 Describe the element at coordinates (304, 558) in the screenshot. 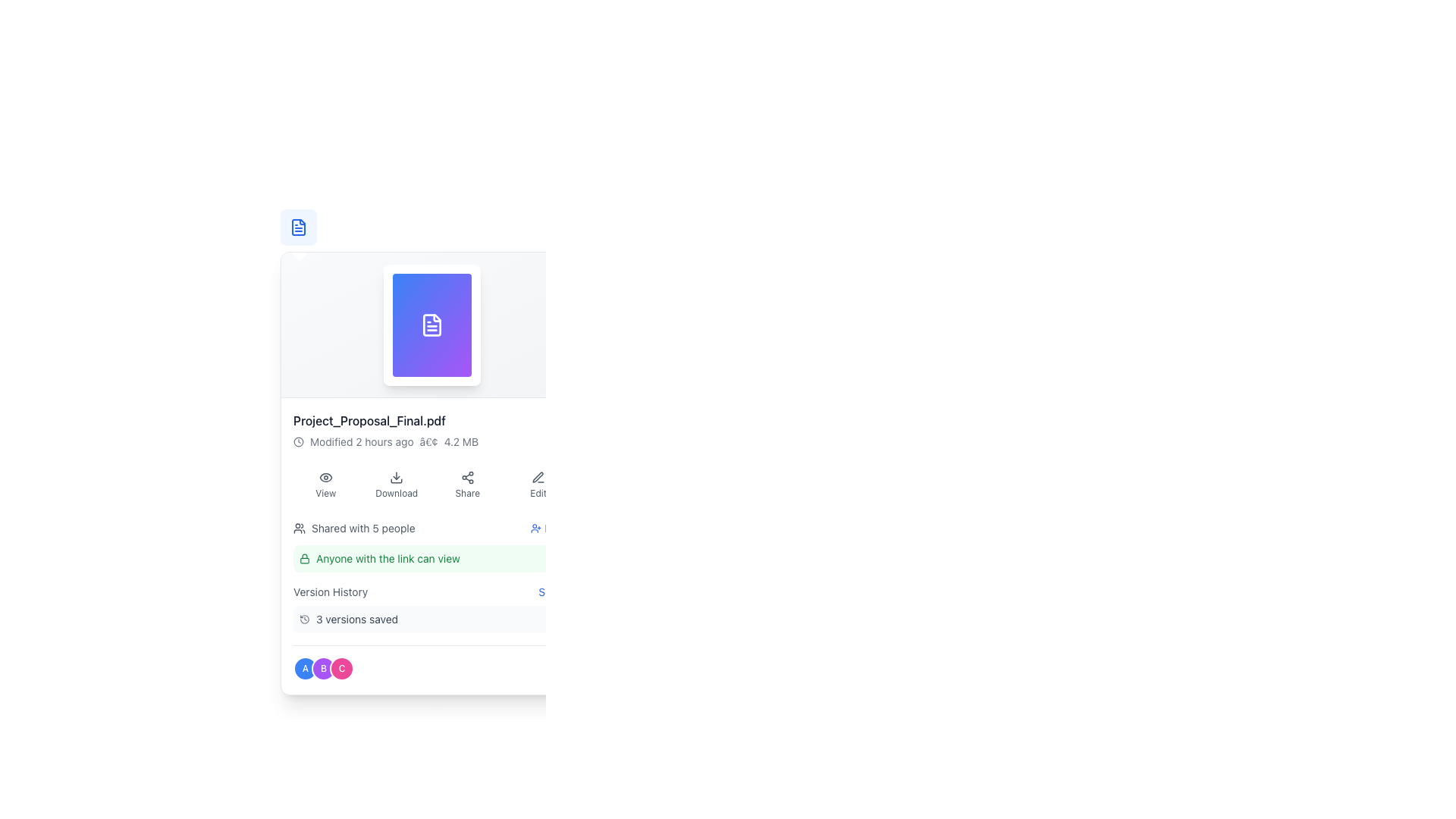

I see `the security lock icon located to the left of the text 'Anyone with the link can view' within the highlighted light green area` at that location.